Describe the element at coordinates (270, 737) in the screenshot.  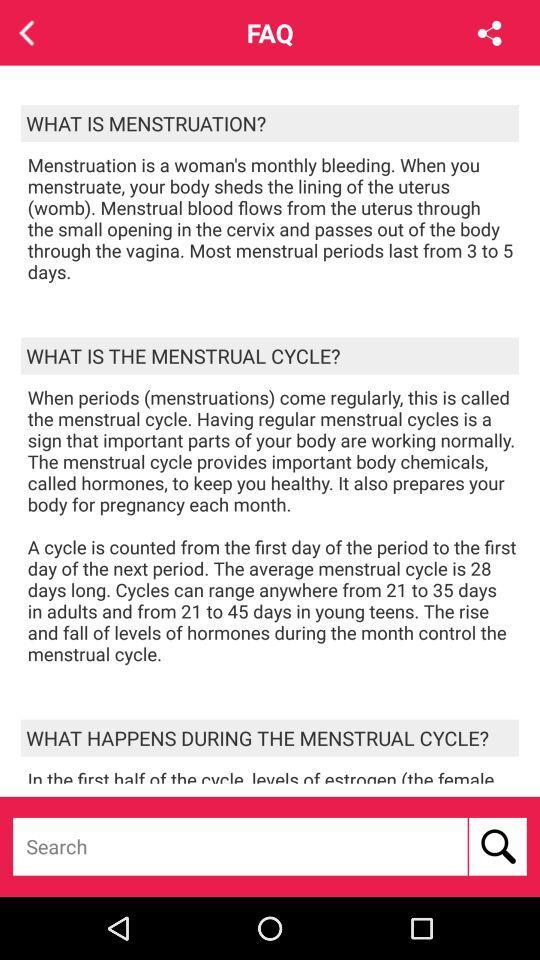
I see `the what happens during app` at that location.